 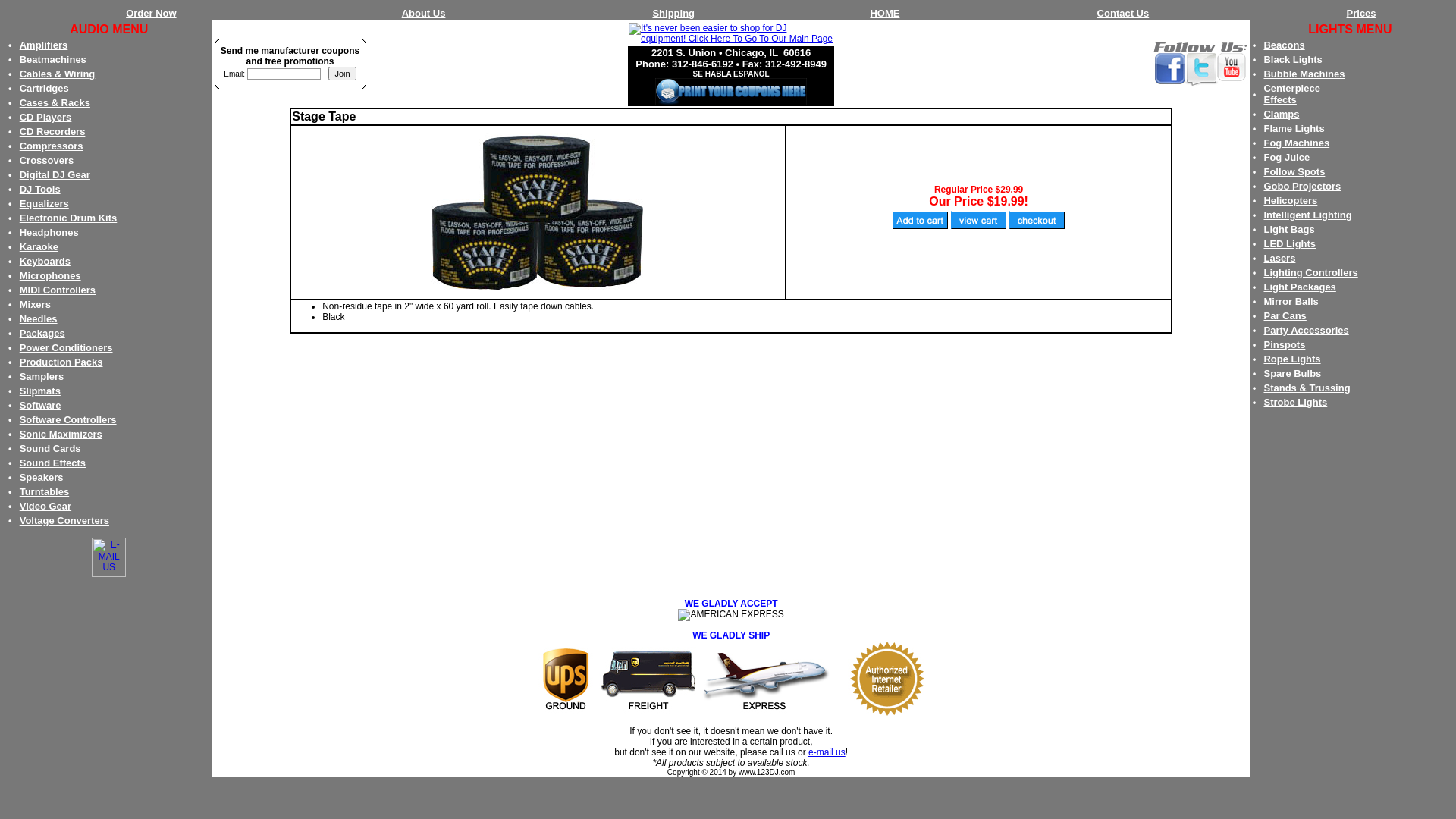 I want to click on 'HOME', so click(x=884, y=13).